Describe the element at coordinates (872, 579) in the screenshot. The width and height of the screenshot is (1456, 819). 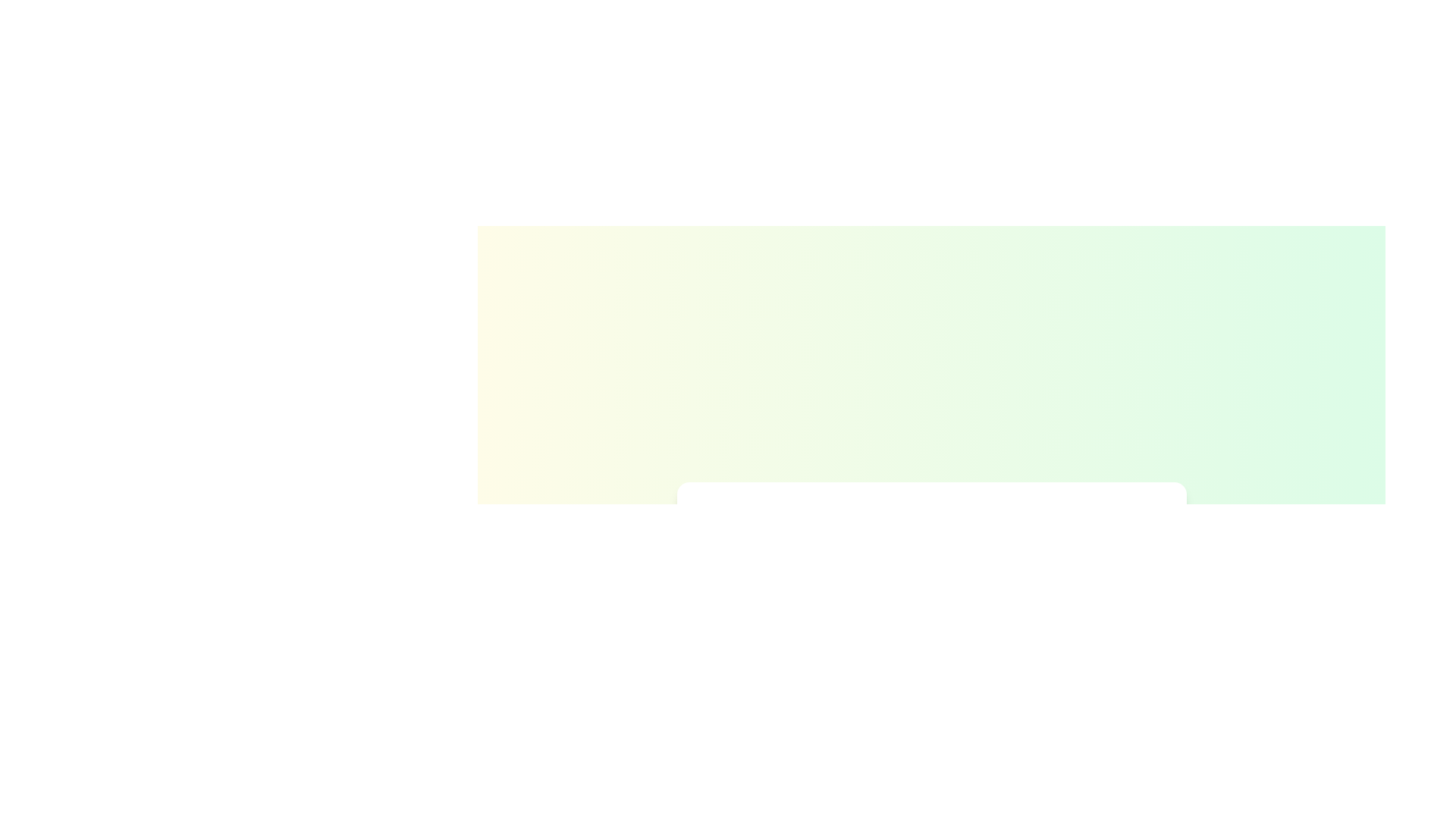
I see `the Progress Indicator that visually represents the filled portion of the slider, which spans from the left end to the 75% mark of the slider's width` at that location.